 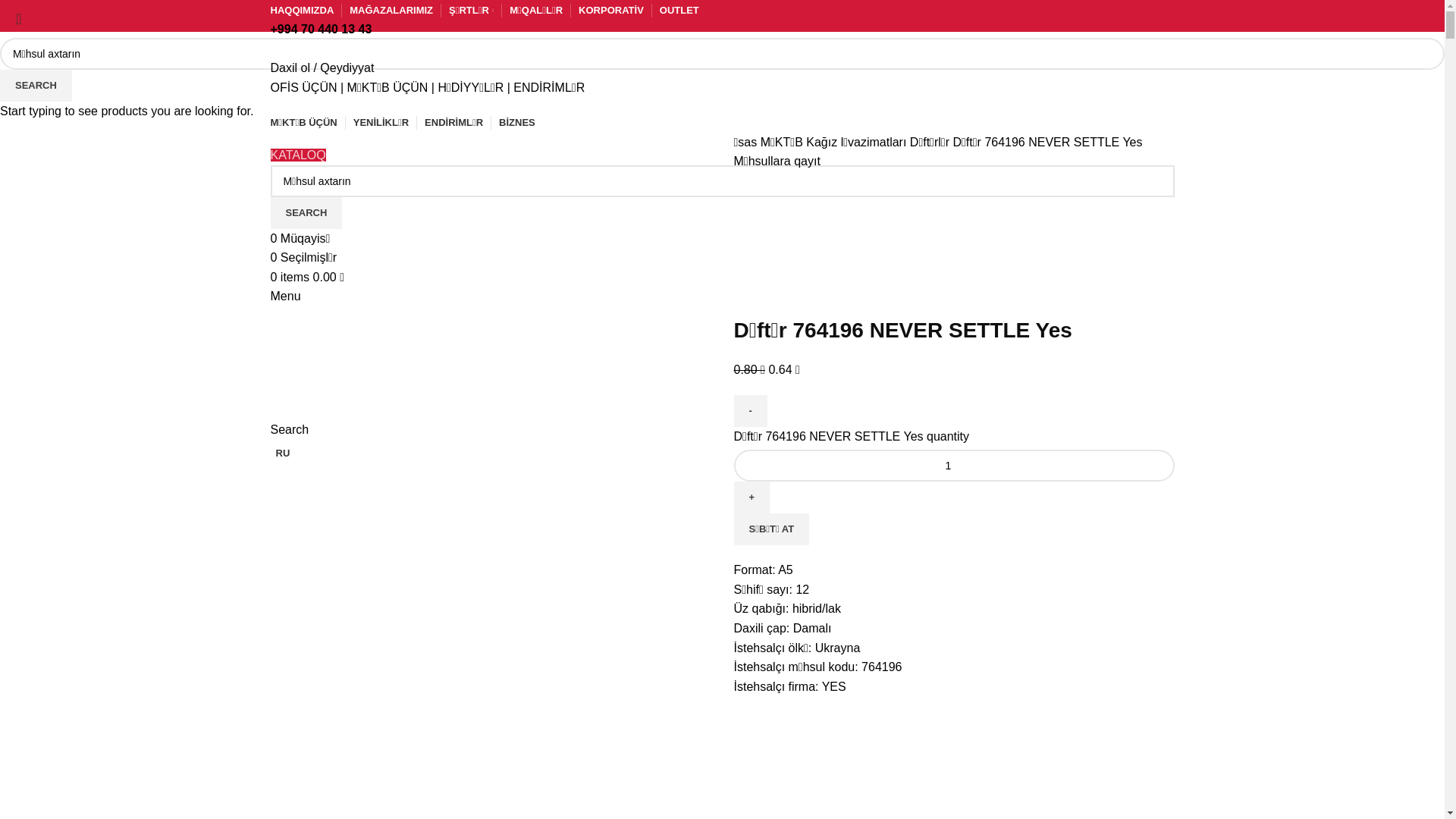 I want to click on 'Daxil ol / Qeydiyyat', so click(x=321, y=67).